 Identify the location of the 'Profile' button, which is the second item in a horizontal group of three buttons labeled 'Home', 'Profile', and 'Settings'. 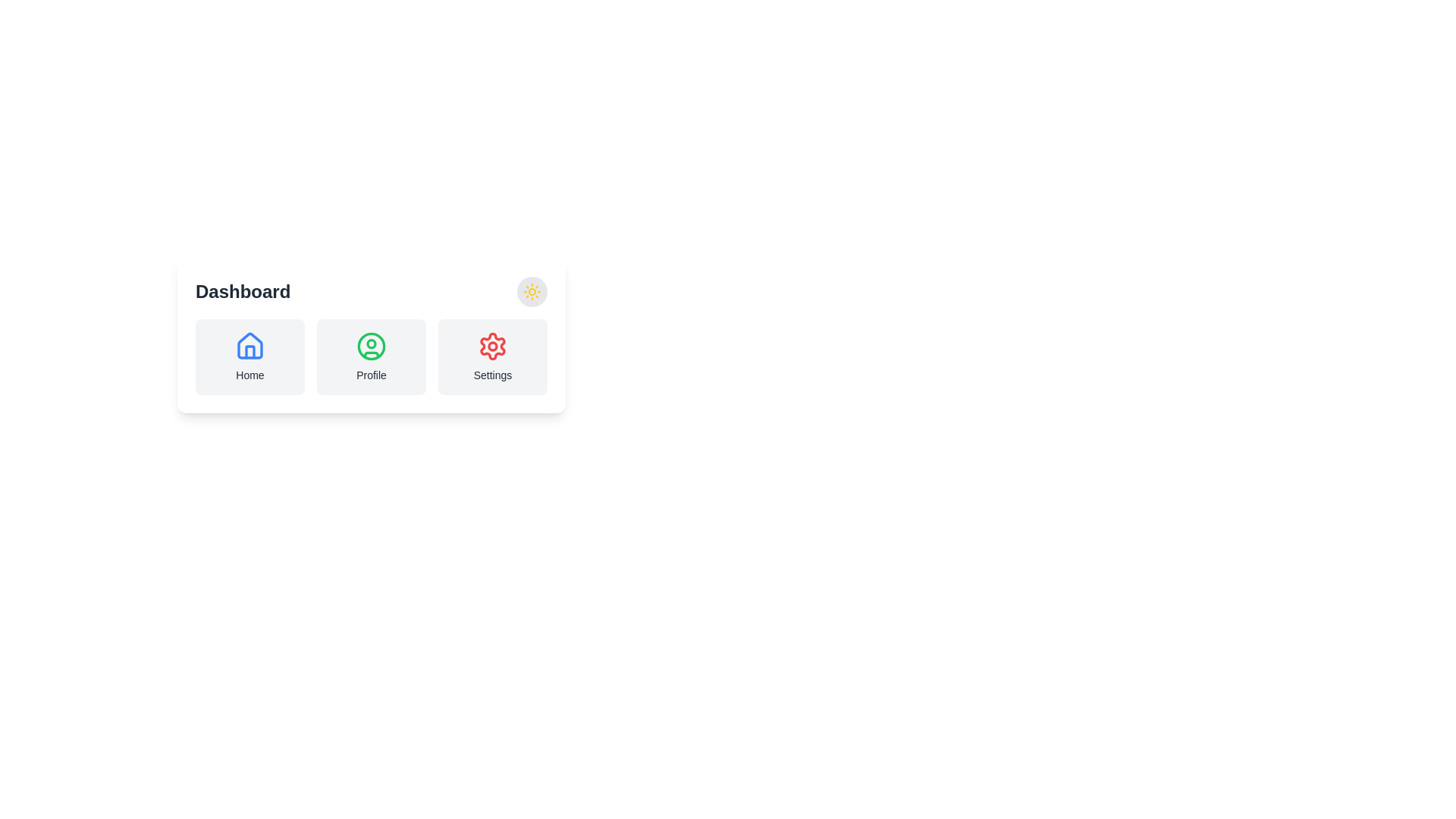
(371, 356).